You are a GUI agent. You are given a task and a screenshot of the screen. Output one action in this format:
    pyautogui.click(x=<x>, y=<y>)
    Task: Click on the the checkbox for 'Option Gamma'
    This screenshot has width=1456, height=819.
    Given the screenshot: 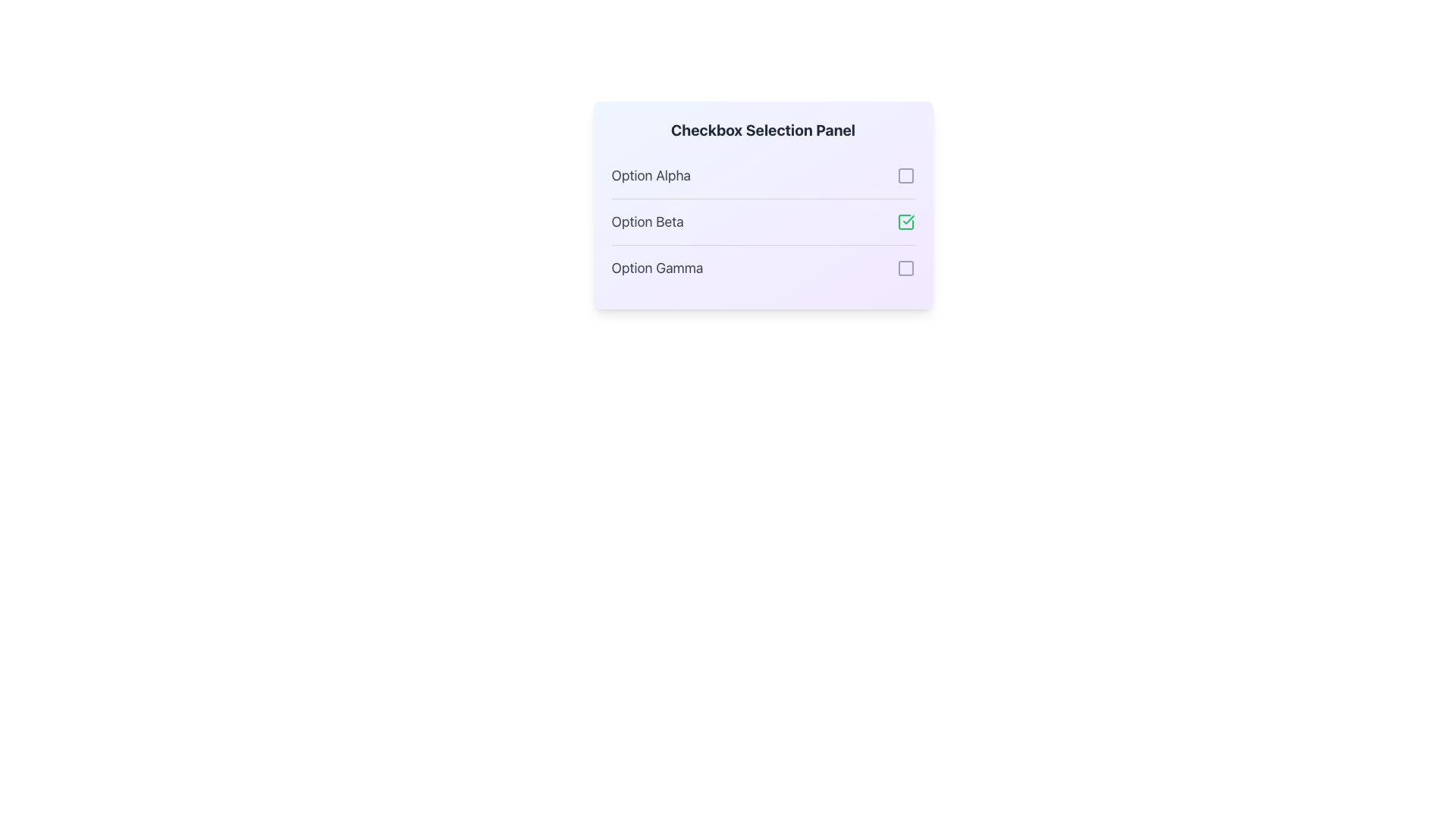 What is the action you would take?
    pyautogui.click(x=763, y=267)
    